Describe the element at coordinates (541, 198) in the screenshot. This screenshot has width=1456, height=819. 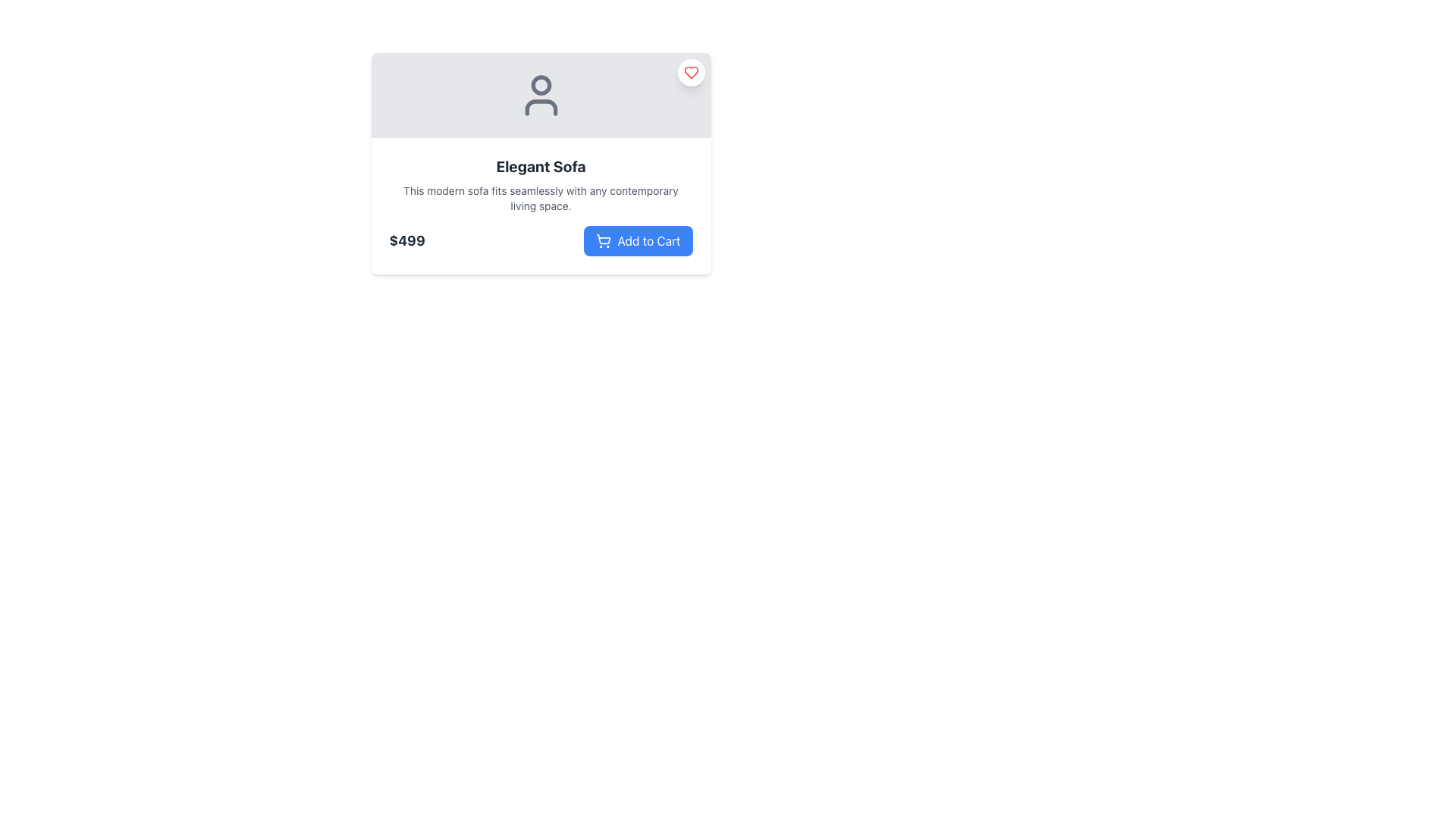
I see `the text element that provides additional information about the product, located directly below the 'Elegant Sofa' title and above the price '$499'` at that location.